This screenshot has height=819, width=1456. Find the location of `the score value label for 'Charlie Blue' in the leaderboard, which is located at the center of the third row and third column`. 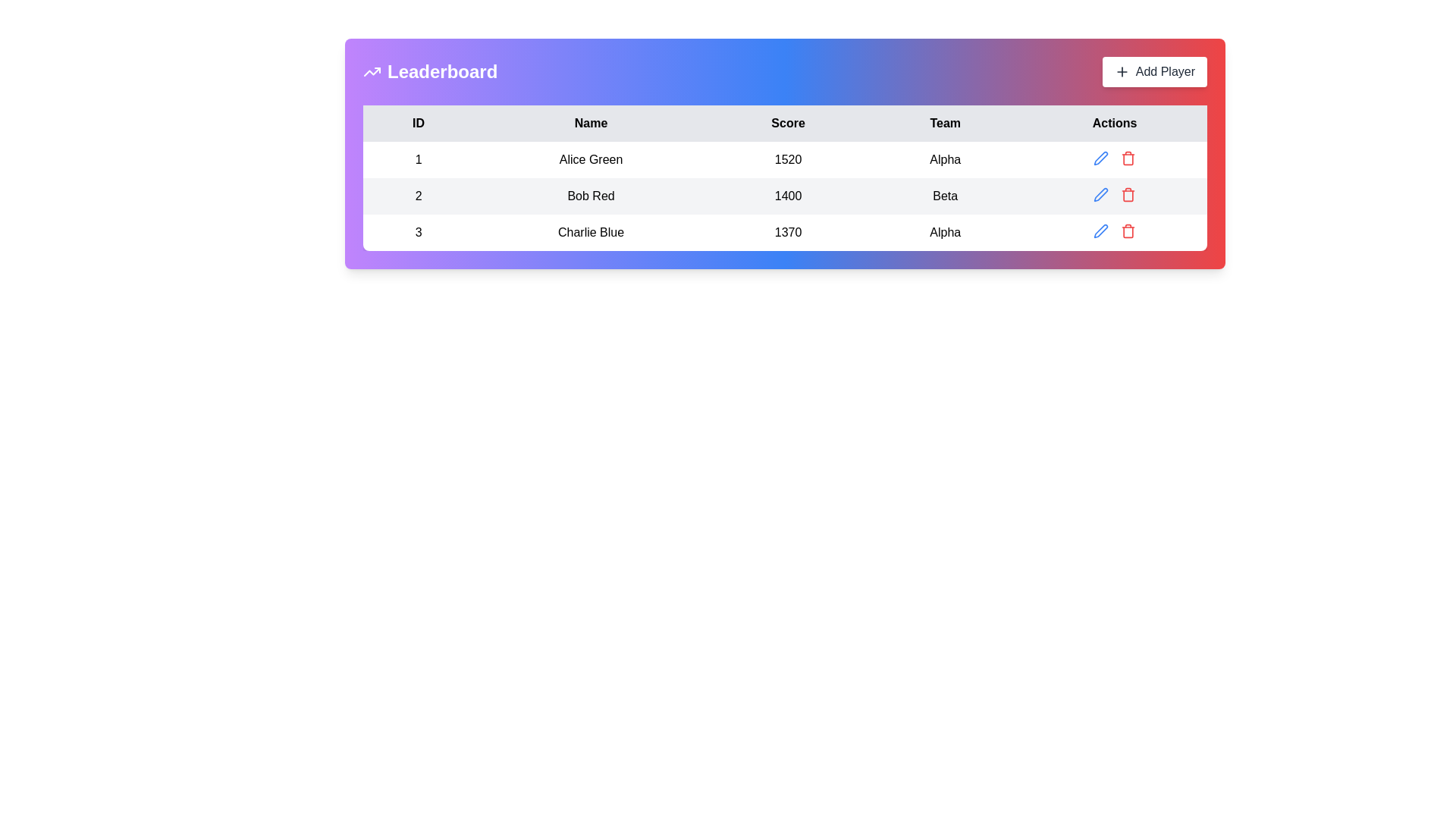

the score value label for 'Charlie Blue' in the leaderboard, which is located at the center of the third row and third column is located at coordinates (788, 233).